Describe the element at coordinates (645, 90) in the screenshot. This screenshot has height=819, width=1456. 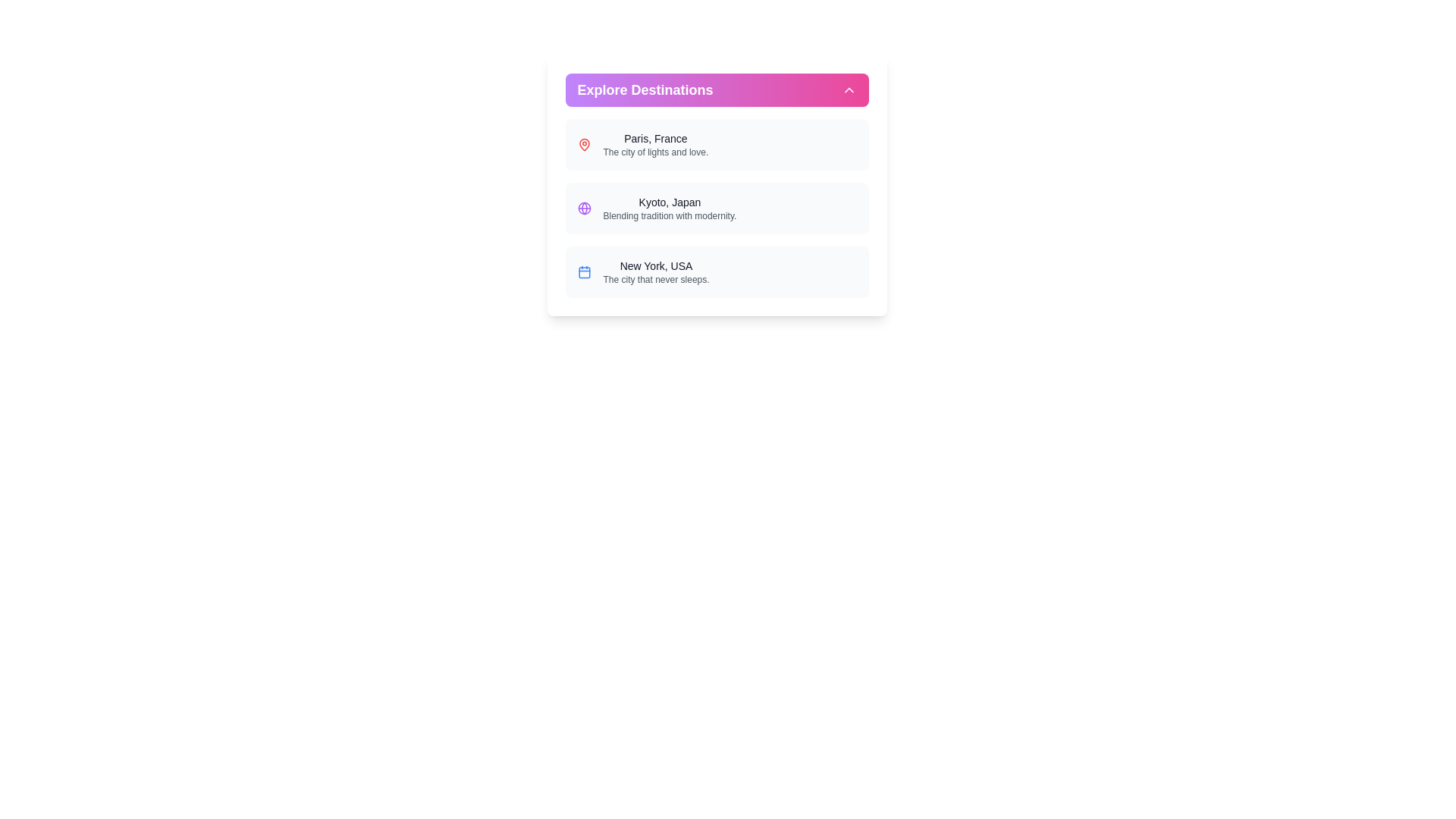
I see `title text located at the center of the horizontal colored section at the top of the card, which indicates the content below pertains to exploring destinations` at that location.